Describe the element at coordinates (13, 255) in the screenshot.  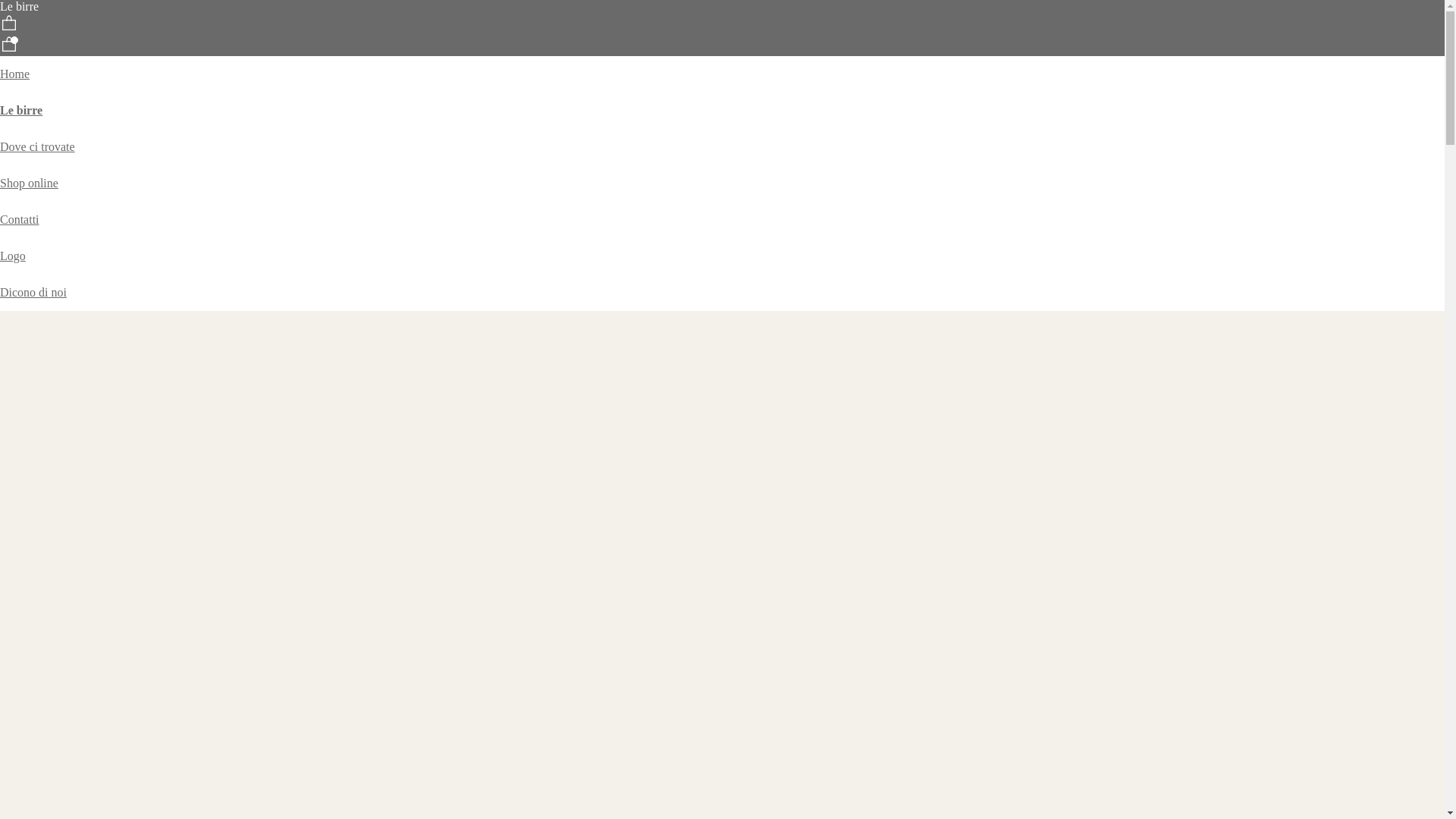
I see `'Logo'` at that location.